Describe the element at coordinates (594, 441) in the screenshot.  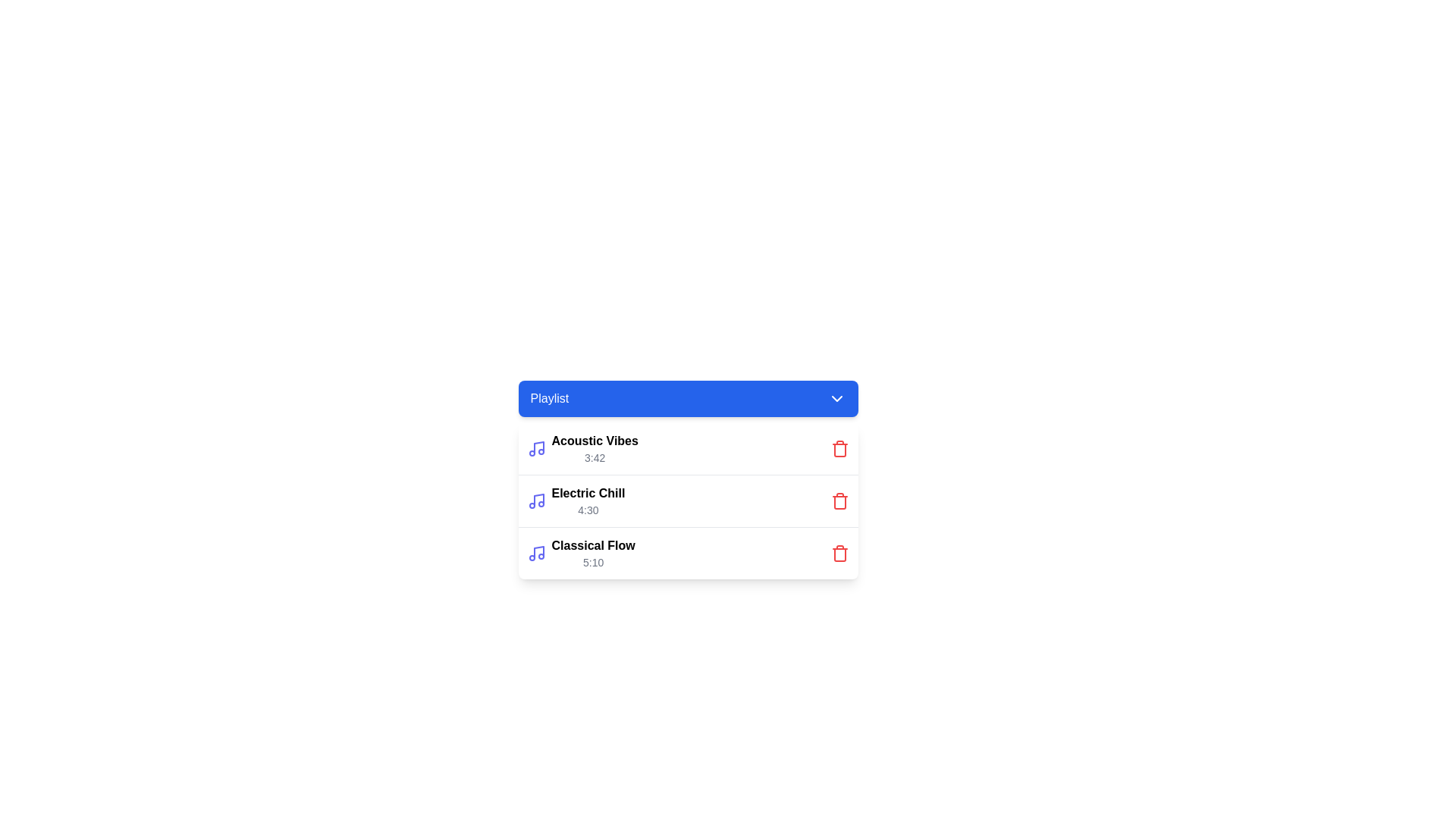
I see `the bold text label displaying 'Acoustic Vibes' for accessibility purposes` at that location.